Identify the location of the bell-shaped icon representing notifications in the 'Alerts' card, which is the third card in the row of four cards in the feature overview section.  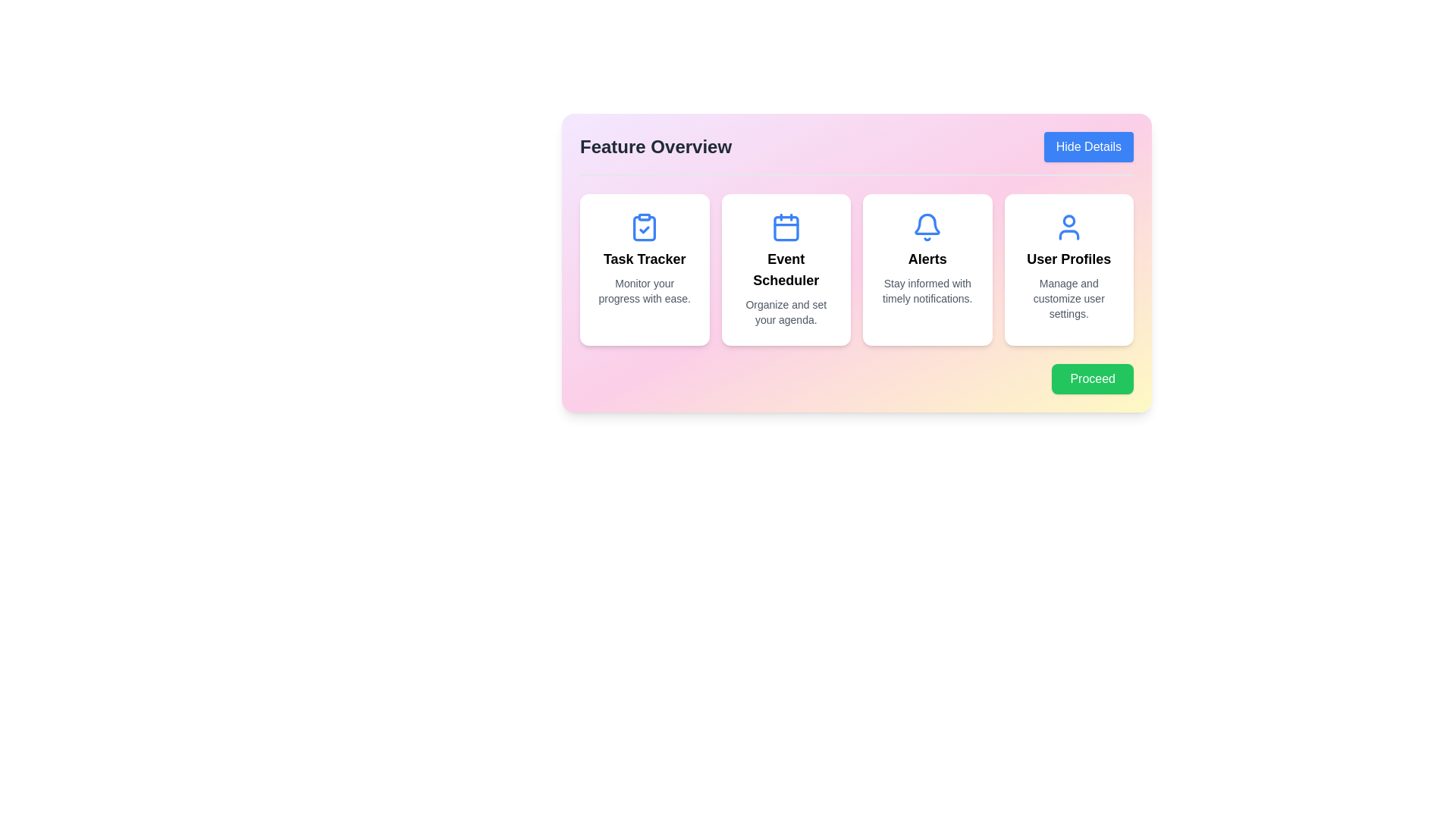
(927, 224).